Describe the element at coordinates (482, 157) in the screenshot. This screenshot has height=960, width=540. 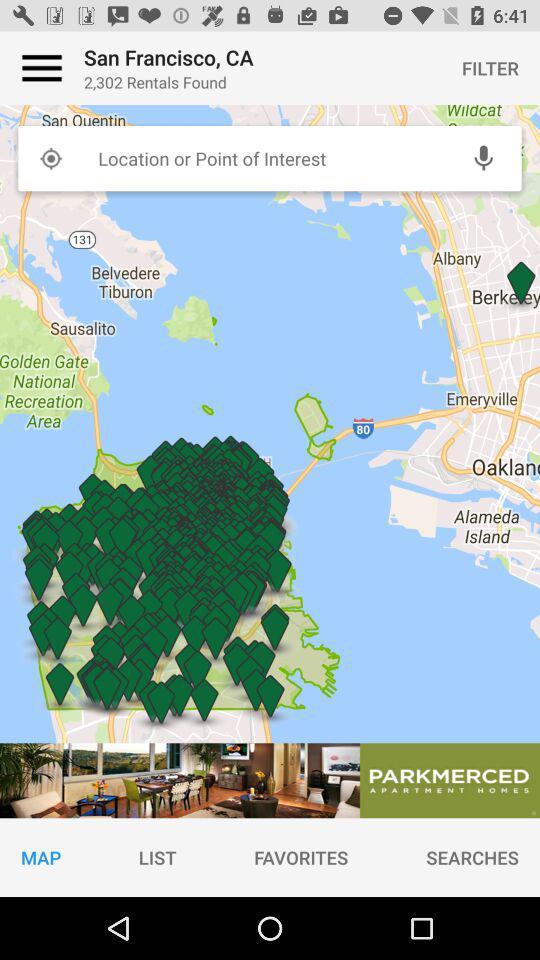
I see `the microphone icon` at that location.